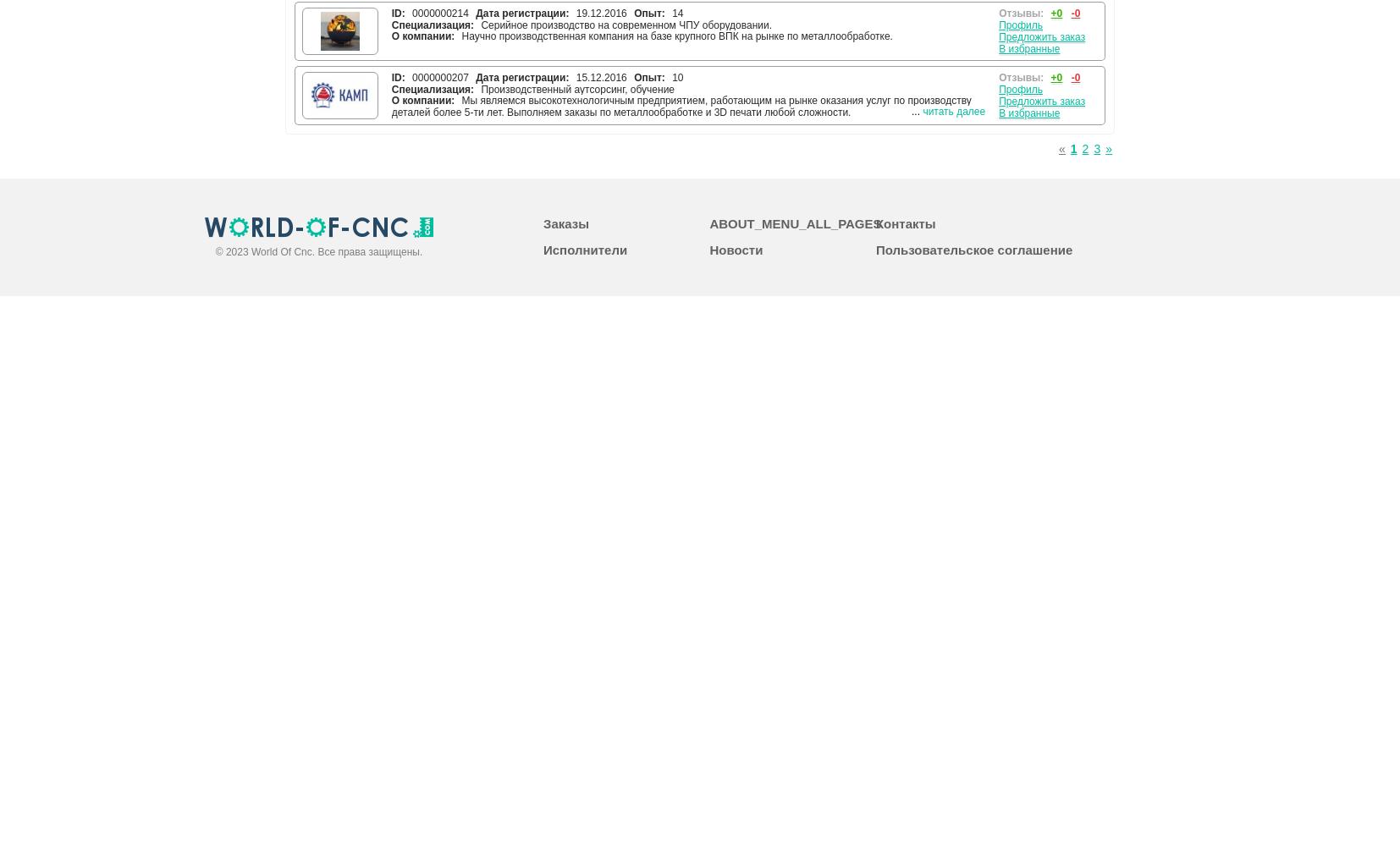  Describe the element at coordinates (668, 225) in the screenshot. I see `'- механическая обработка деталей различной сложности по чертежам заказчика (изготовление как из давальческого материала и заготовок, так и из собственного материала) на современном высокоточном оборудовании с ЧПУ;'` at that location.